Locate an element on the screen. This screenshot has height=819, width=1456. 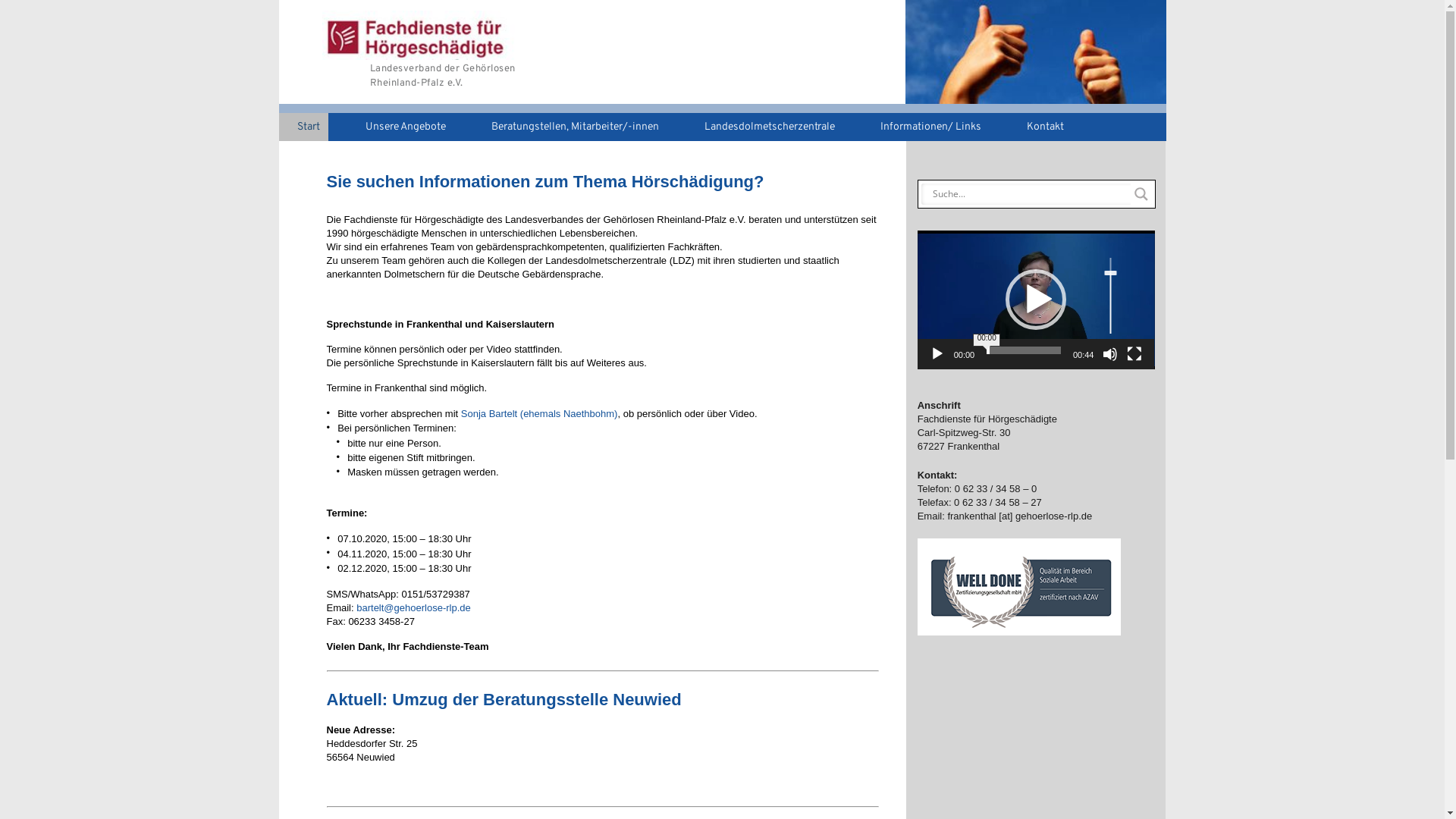
'bartelt@gehoerlose-rlp.de' is located at coordinates (413, 607).